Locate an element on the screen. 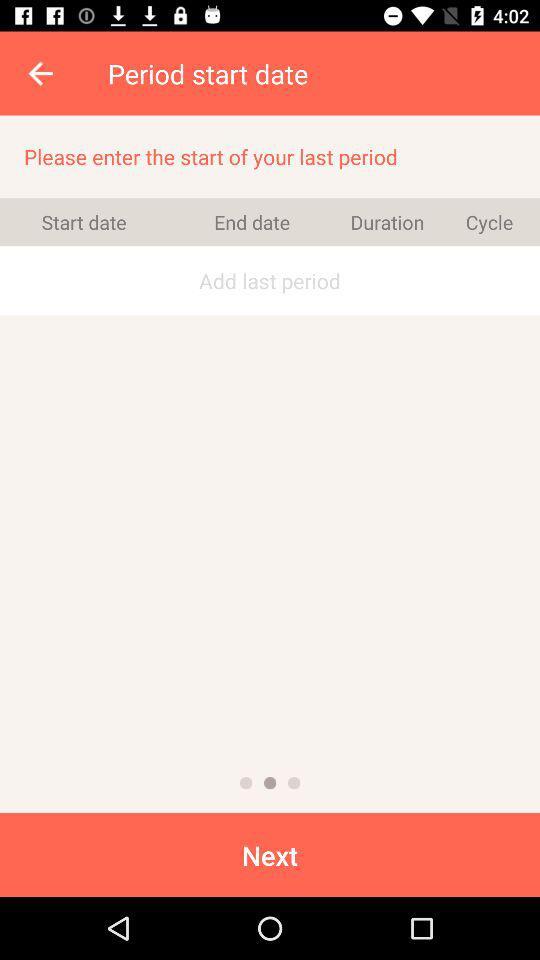  the item below the add last period item is located at coordinates (246, 783).